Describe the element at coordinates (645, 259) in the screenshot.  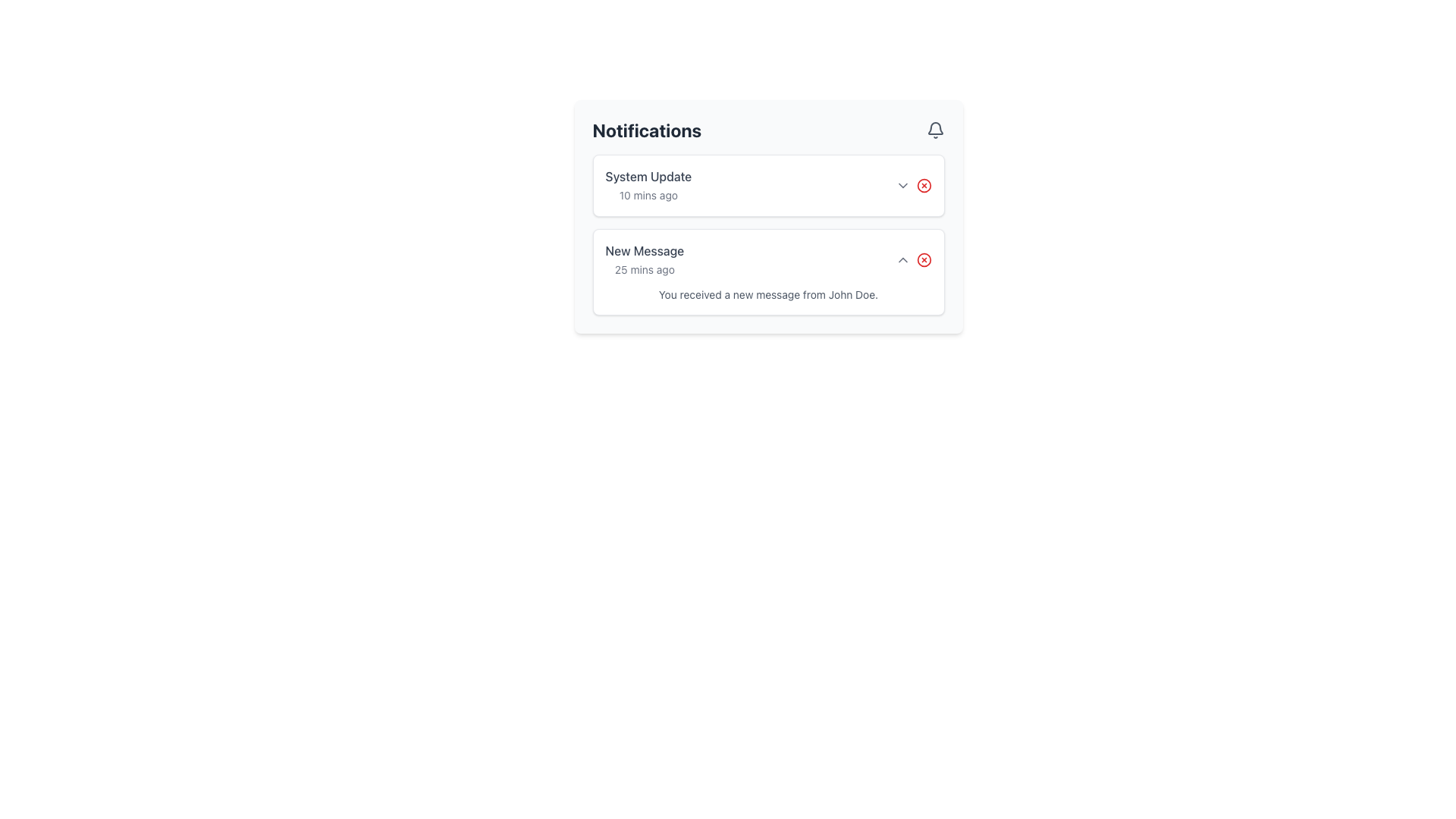
I see `the text block that displays 'New Message' and '25 mins ago' in the second notification card of the notifications list` at that location.